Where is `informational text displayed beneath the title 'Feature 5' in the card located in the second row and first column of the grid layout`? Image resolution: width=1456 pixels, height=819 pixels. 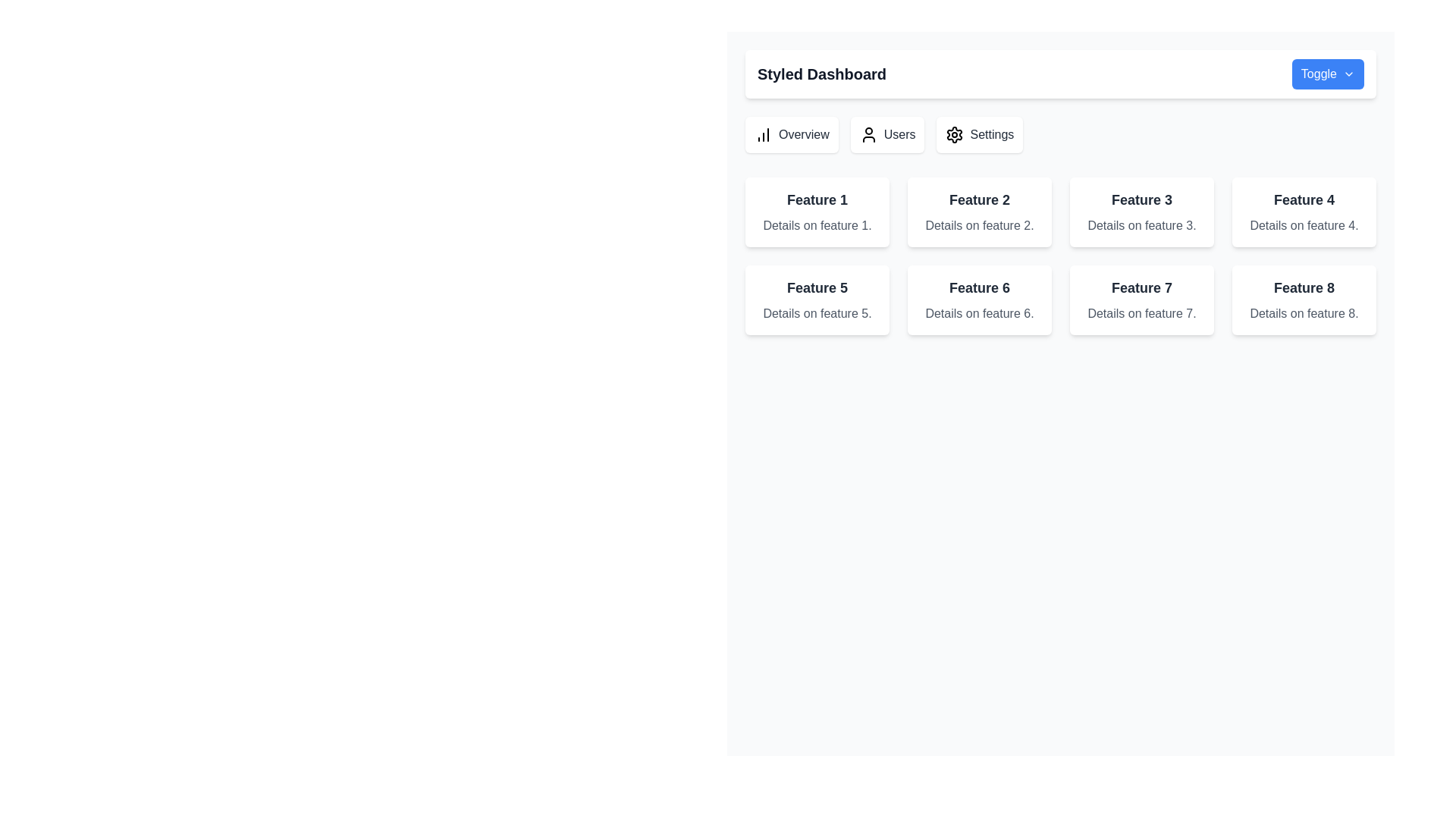 informational text displayed beneath the title 'Feature 5' in the card located in the second row and first column of the grid layout is located at coordinates (817, 312).